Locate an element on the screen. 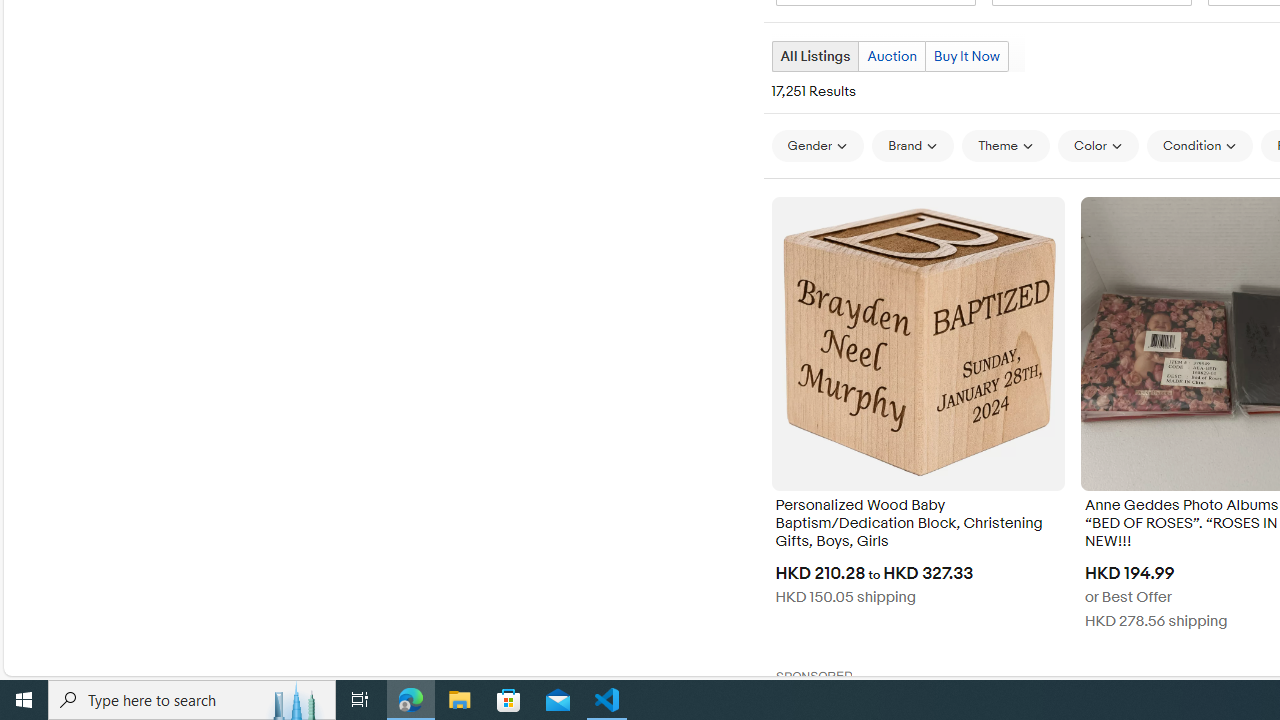  'Color' is located at coordinates (1097, 144).